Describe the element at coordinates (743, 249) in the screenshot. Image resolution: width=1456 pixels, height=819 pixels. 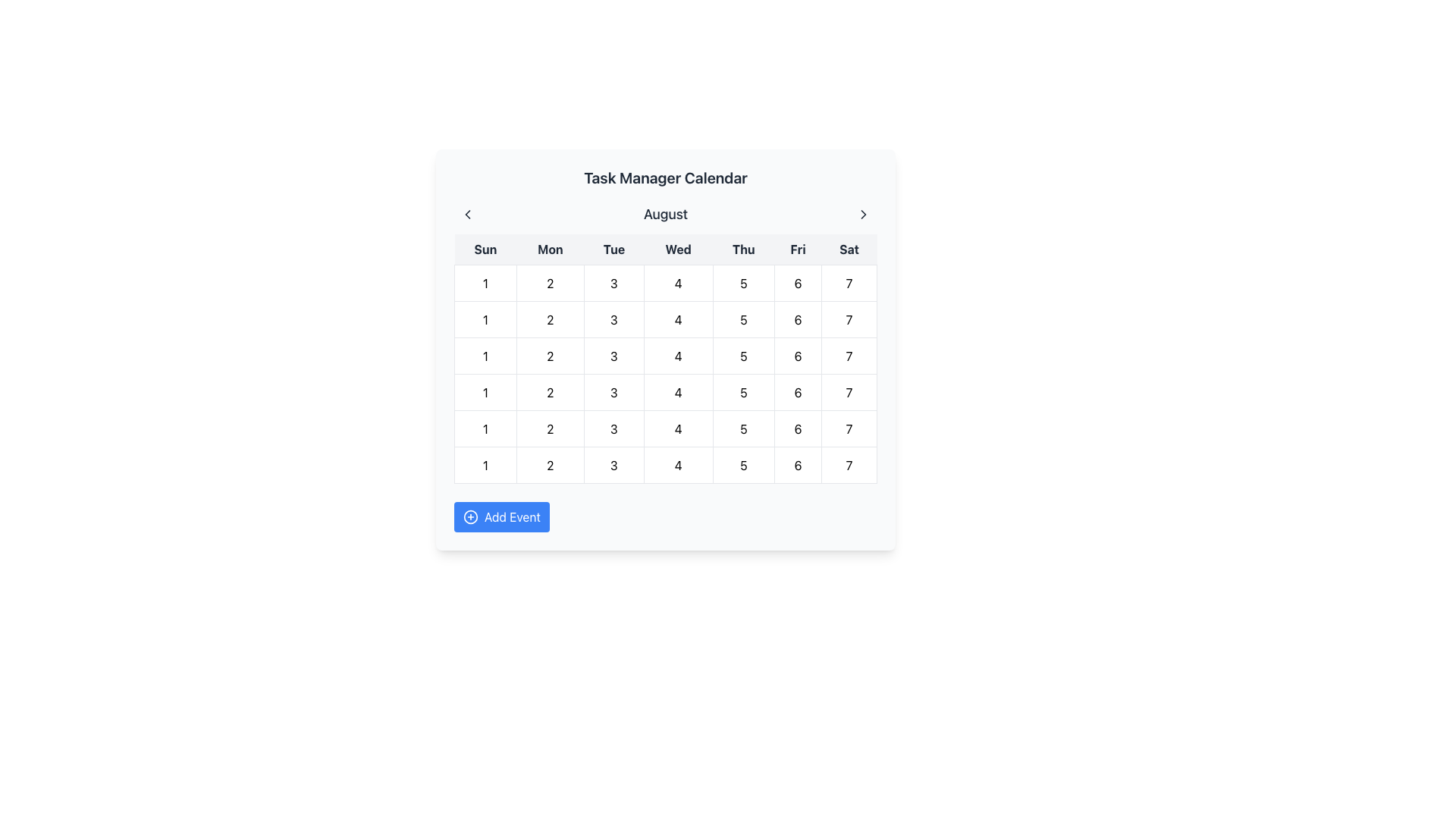
I see `the text label indicating 'Thursday' in the days header of the calendar interface` at that location.